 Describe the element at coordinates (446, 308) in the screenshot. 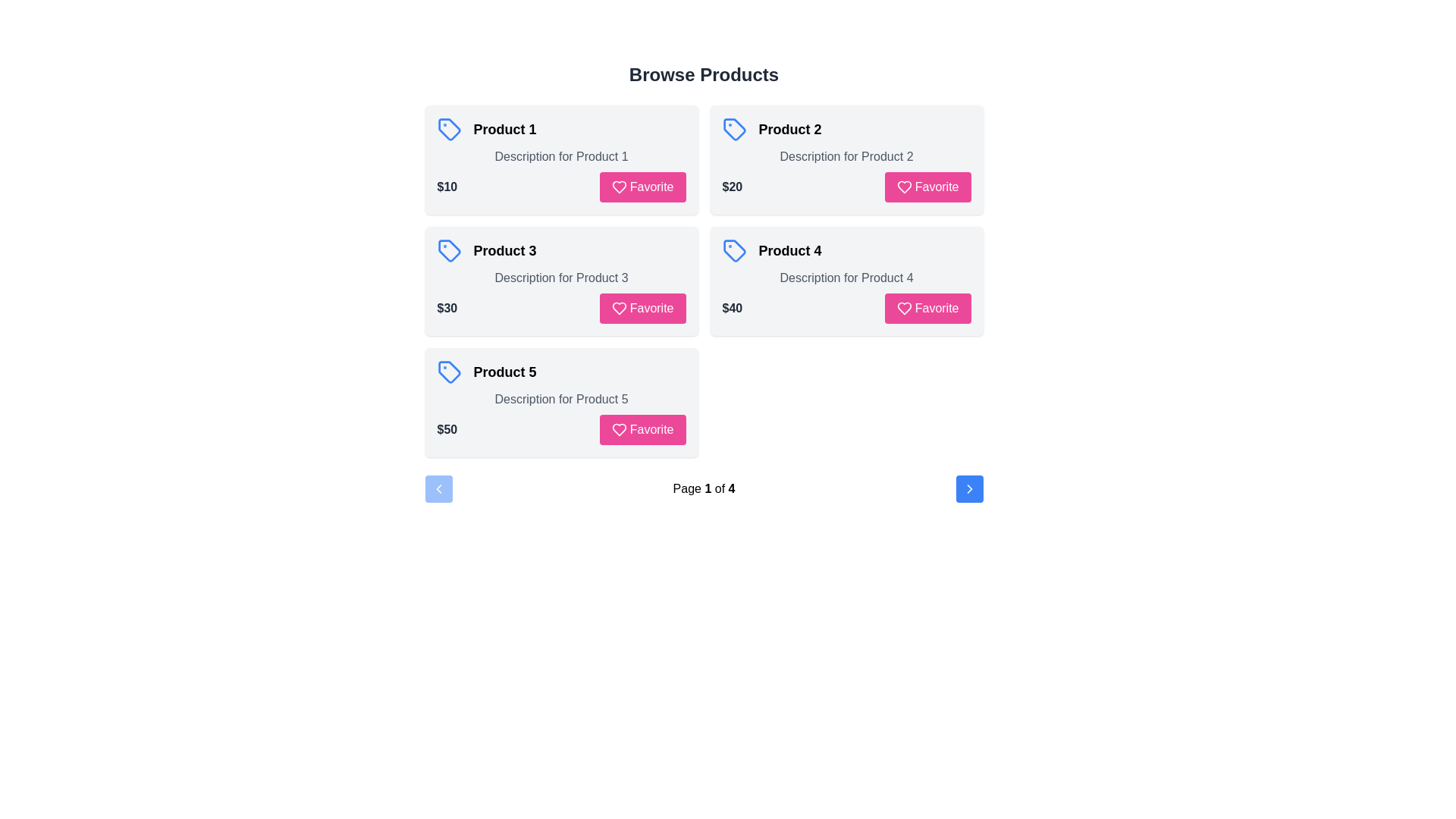

I see `the price text label located in the third card of the left column, which informs the user about the cost of the item` at that location.